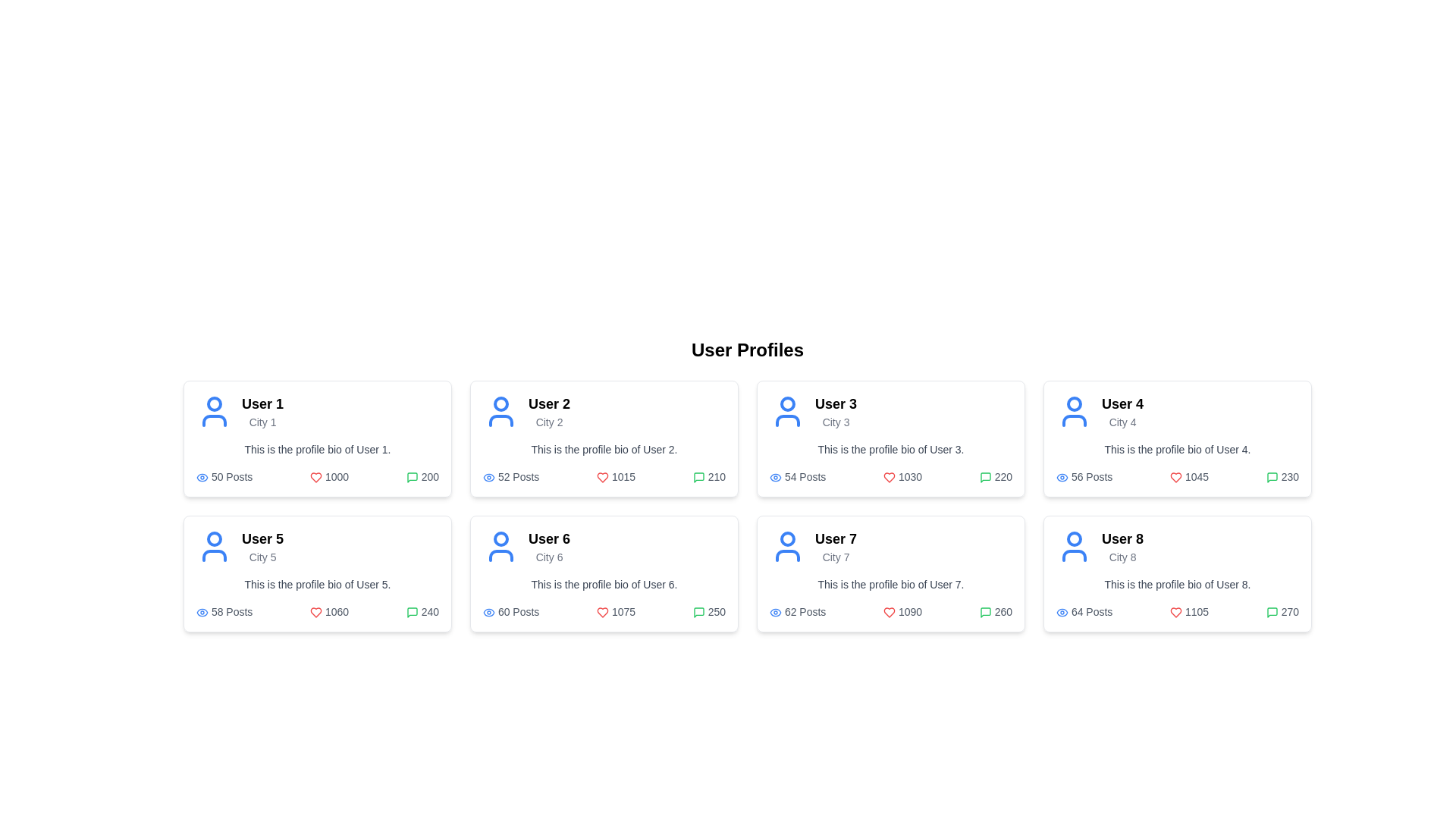  Describe the element at coordinates (1084, 610) in the screenshot. I see `text label displaying '64 Posts' which is located in the bottom-left corner of the card for 'User 8', adjacent to the blue eye icon` at that location.